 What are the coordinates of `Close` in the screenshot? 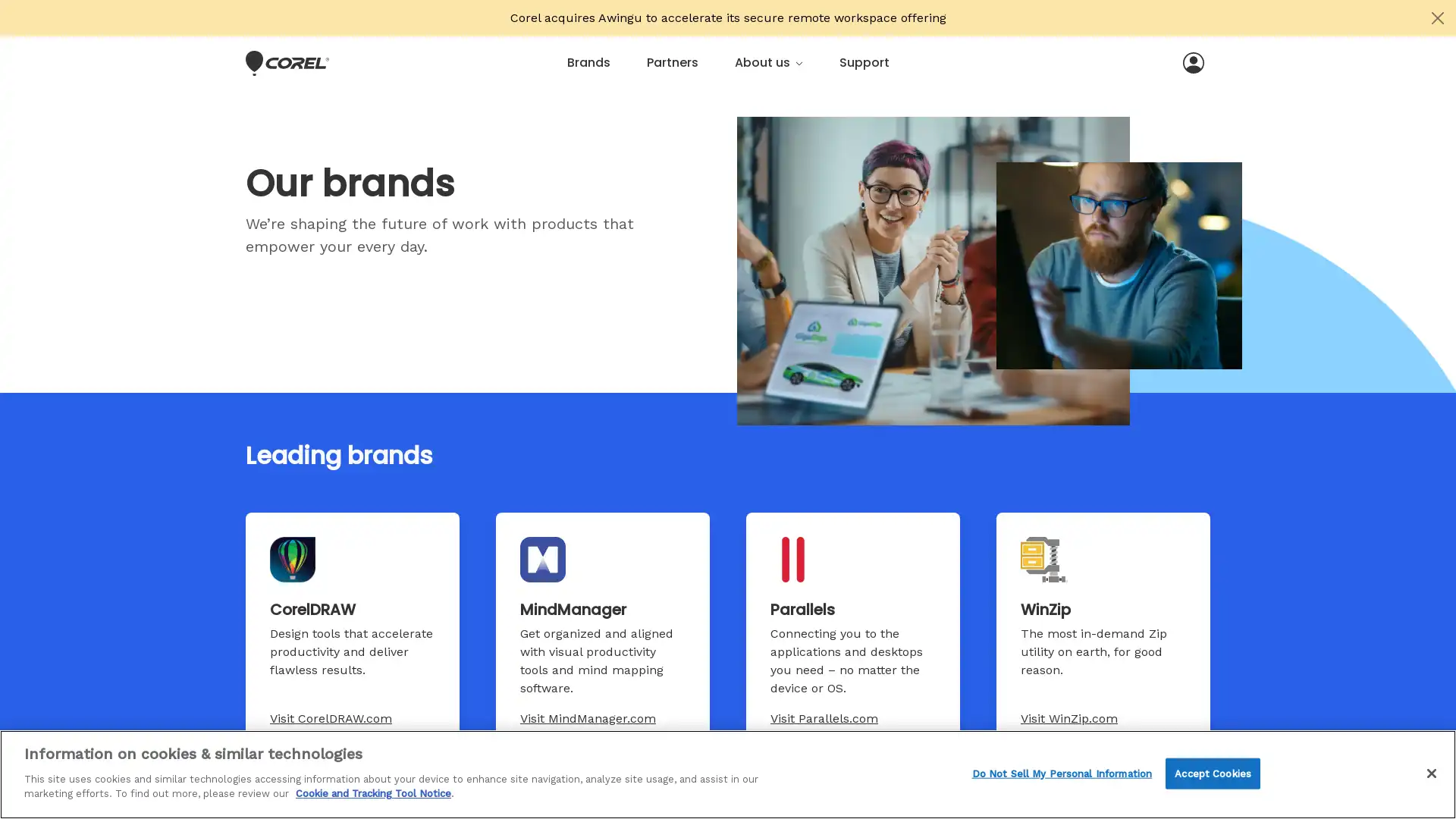 It's located at (1430, 772).